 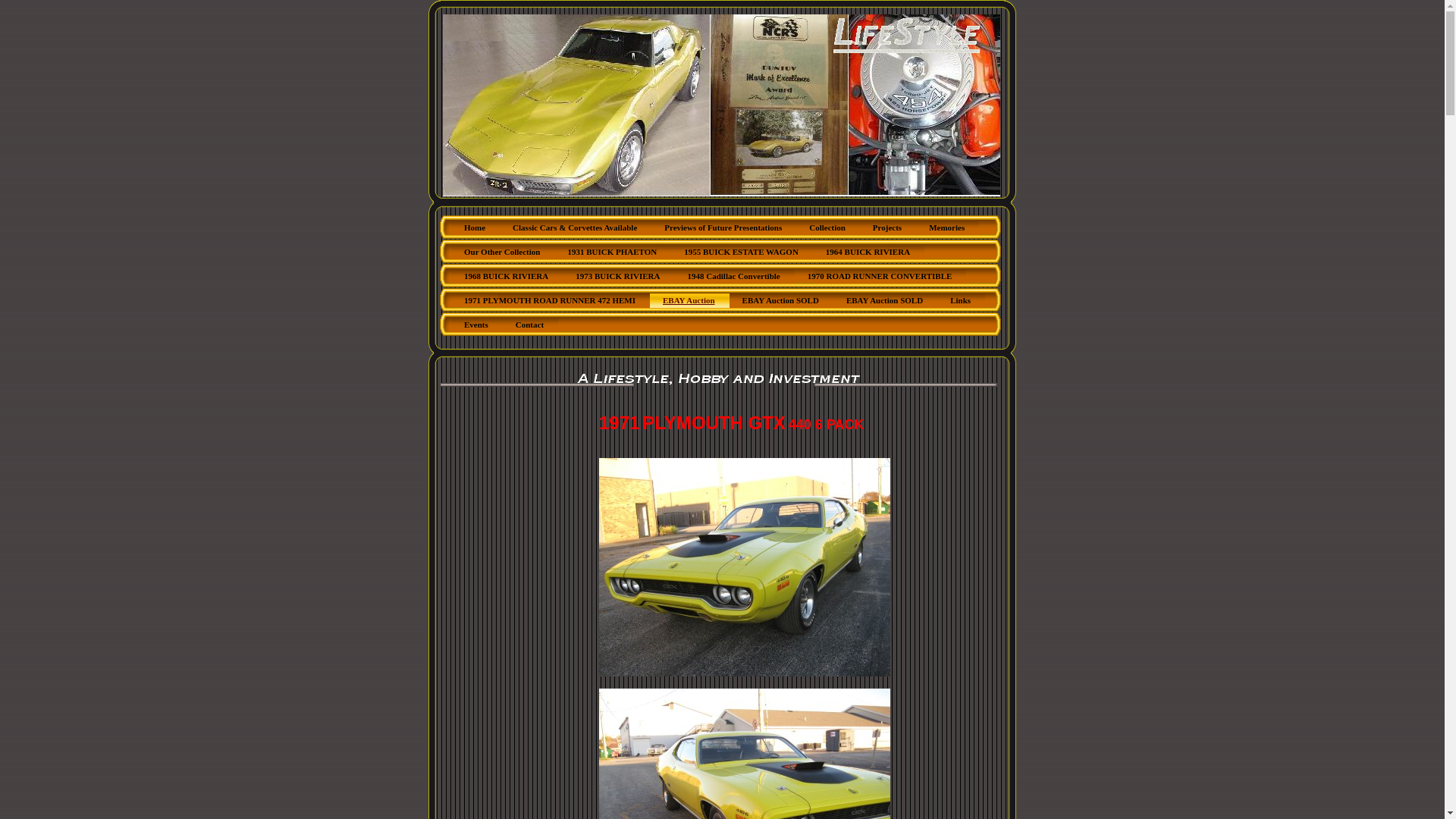 What do you see at coordinates (502, 252) in the screenshot?
I see `'Our Other Collection'` at bounding box center [502, 252].